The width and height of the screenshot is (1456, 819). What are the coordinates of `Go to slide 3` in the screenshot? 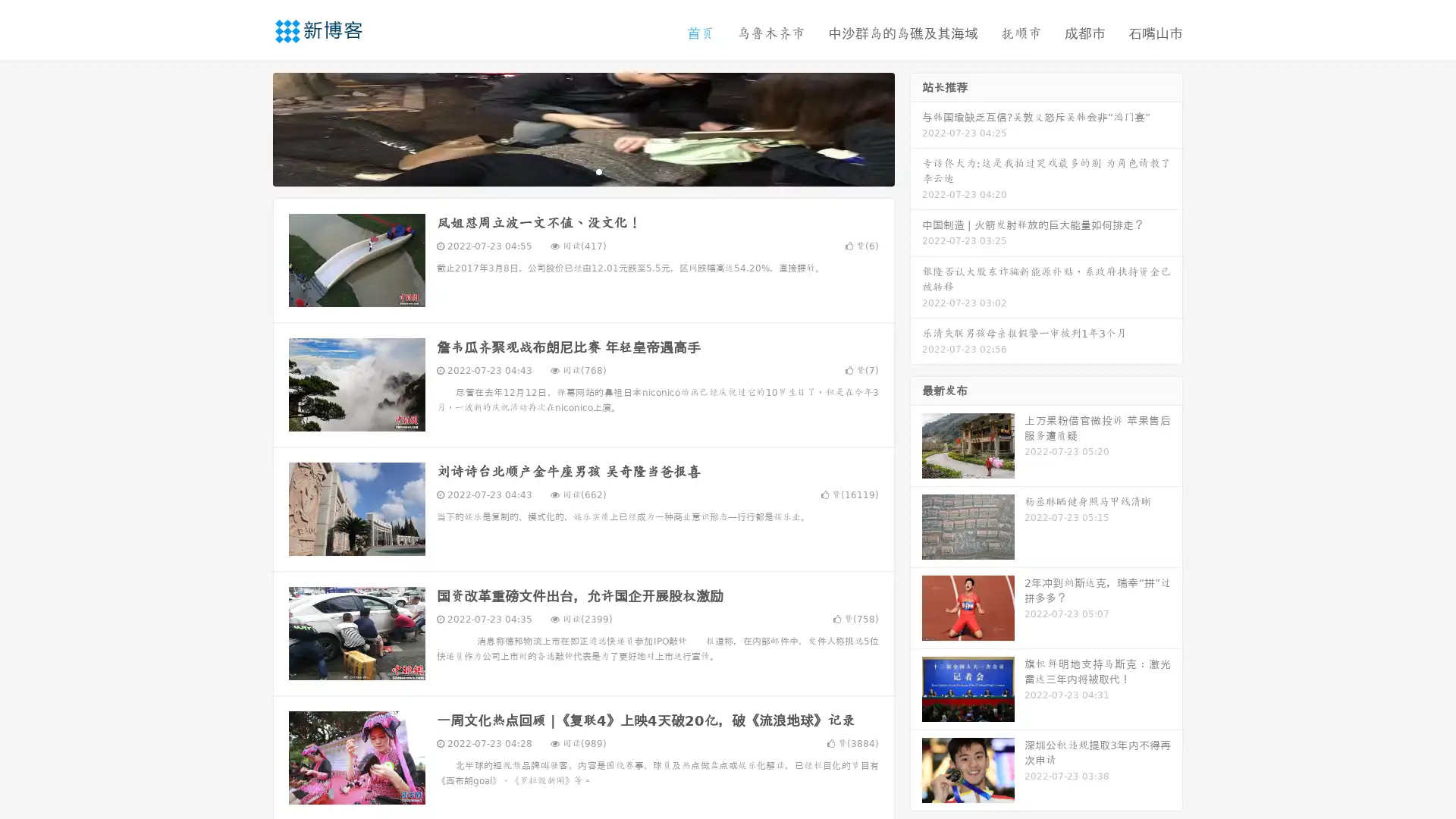 It's located at (598, 171).